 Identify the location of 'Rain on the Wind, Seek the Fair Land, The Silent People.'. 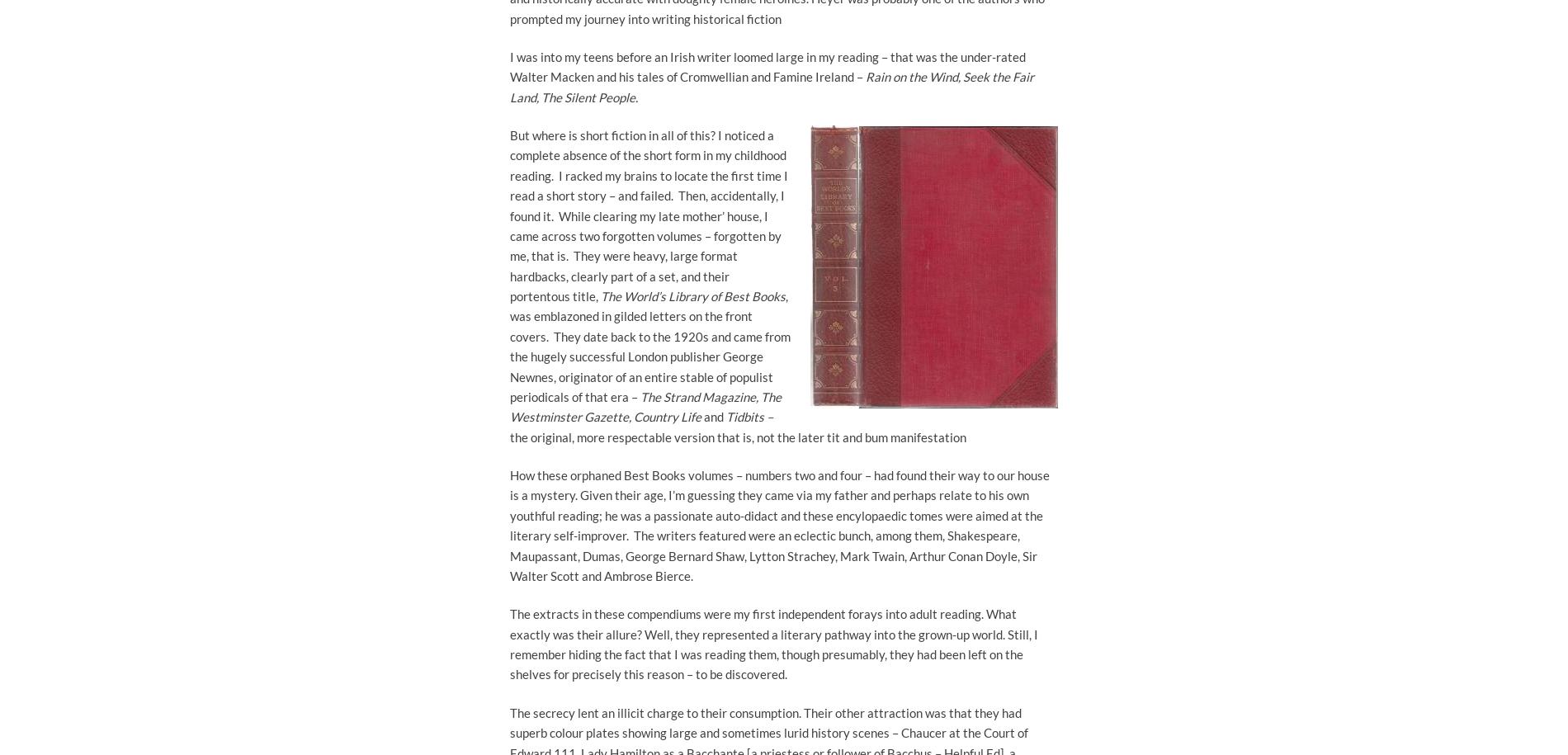
(510, 87).